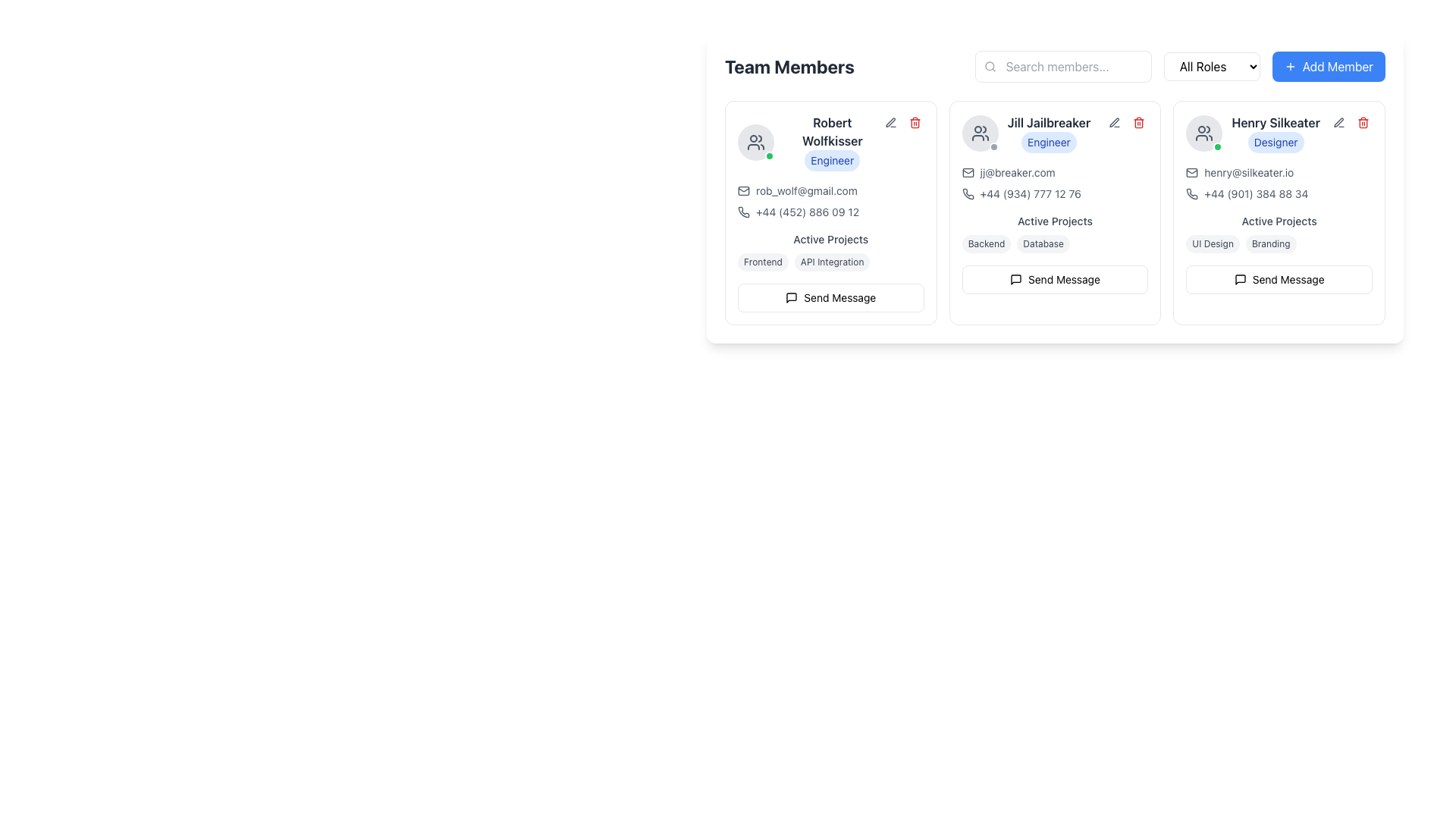  Describe the element at coordinates (830, 190) in the screenshot. I see `the clickable text hyperlink displaying the email address 'rob_wolf@gmail.com'` at that location.